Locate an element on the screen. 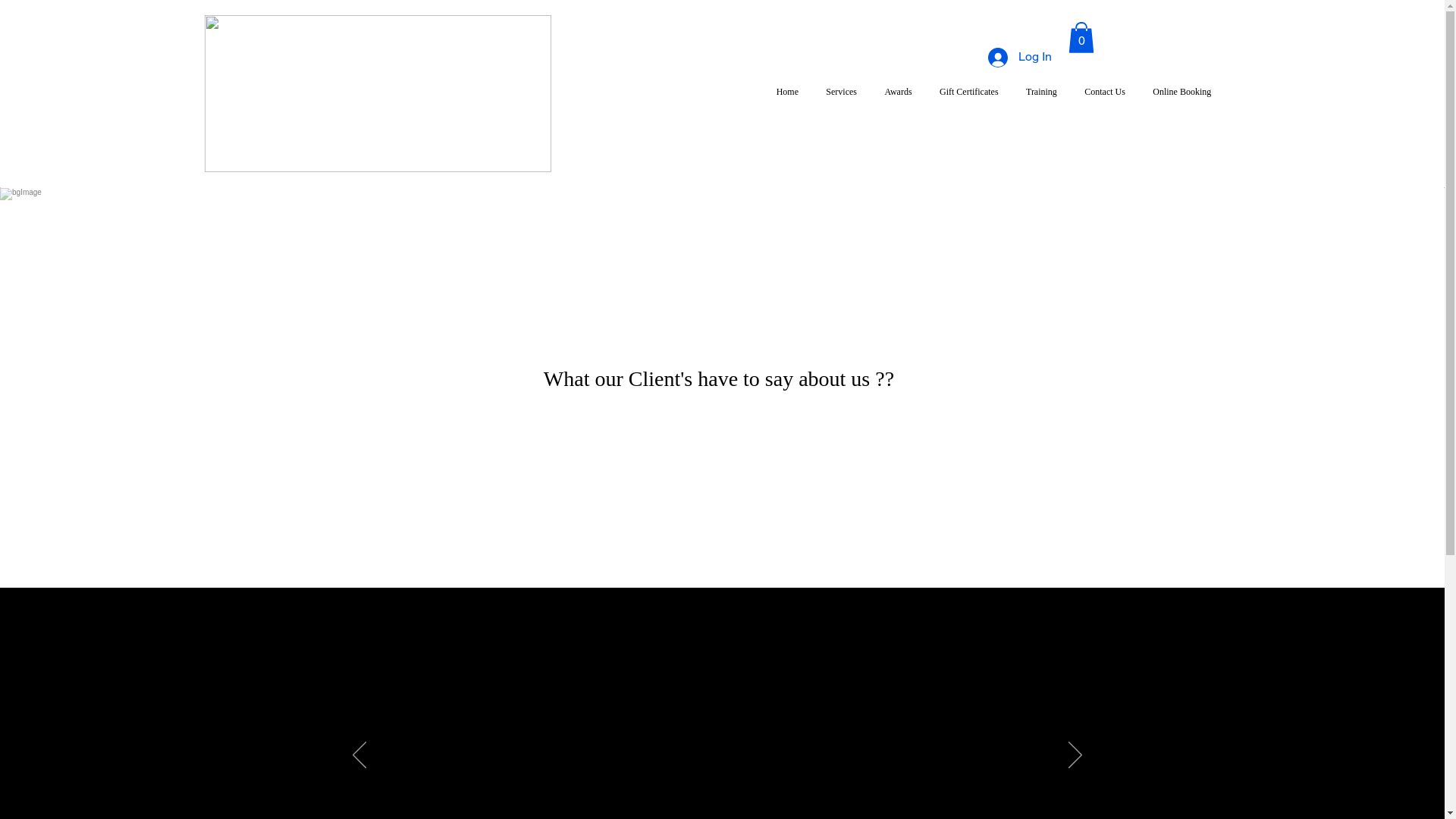  'Home' is located at coordinates (763, 91).